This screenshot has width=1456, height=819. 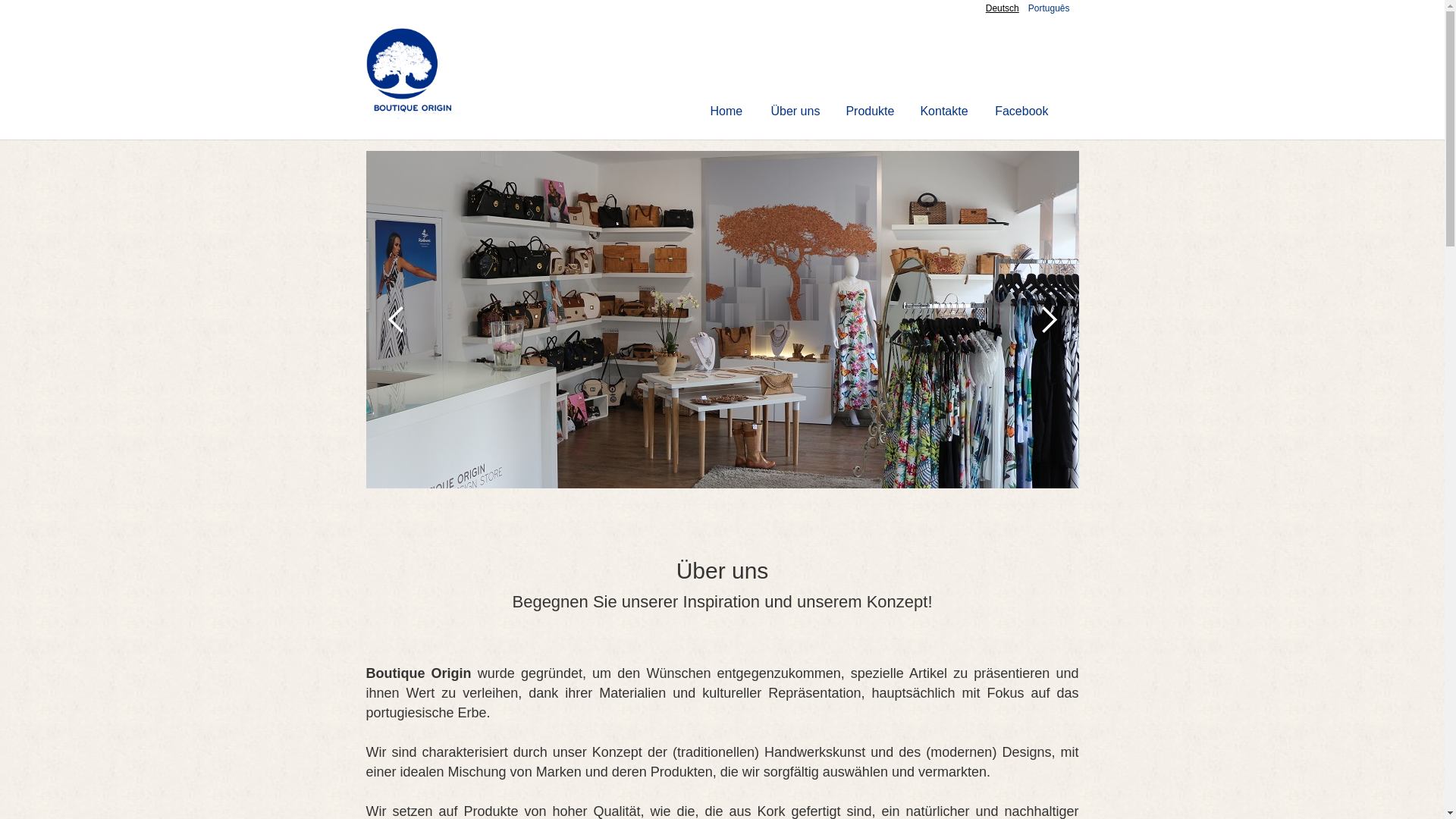 I want to click on 'Kontakte', so click(x=943, y=110).